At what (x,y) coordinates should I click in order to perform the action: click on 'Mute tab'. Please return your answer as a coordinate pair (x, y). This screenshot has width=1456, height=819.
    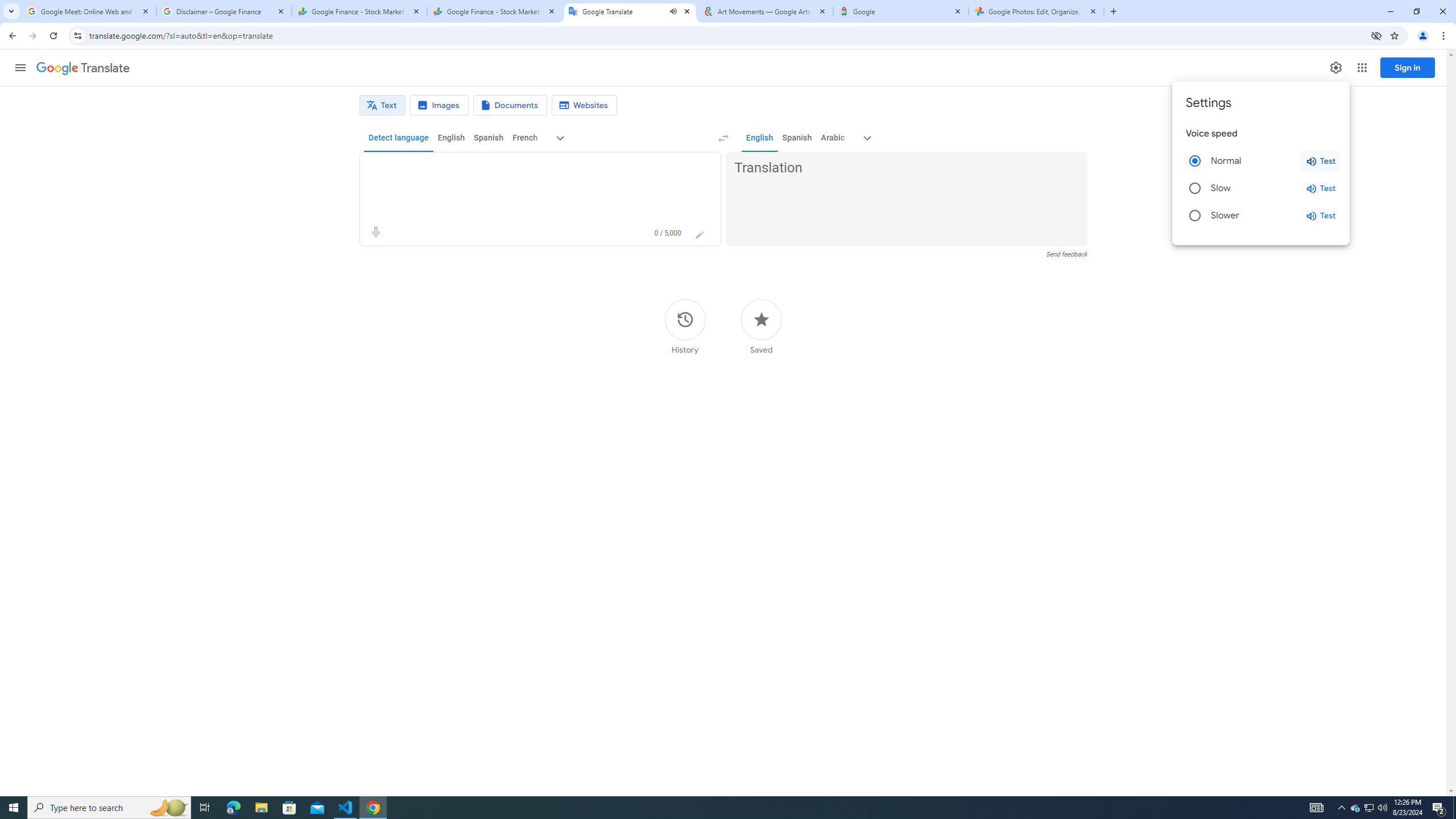
    Looking at the image, I should click on (673, 11).